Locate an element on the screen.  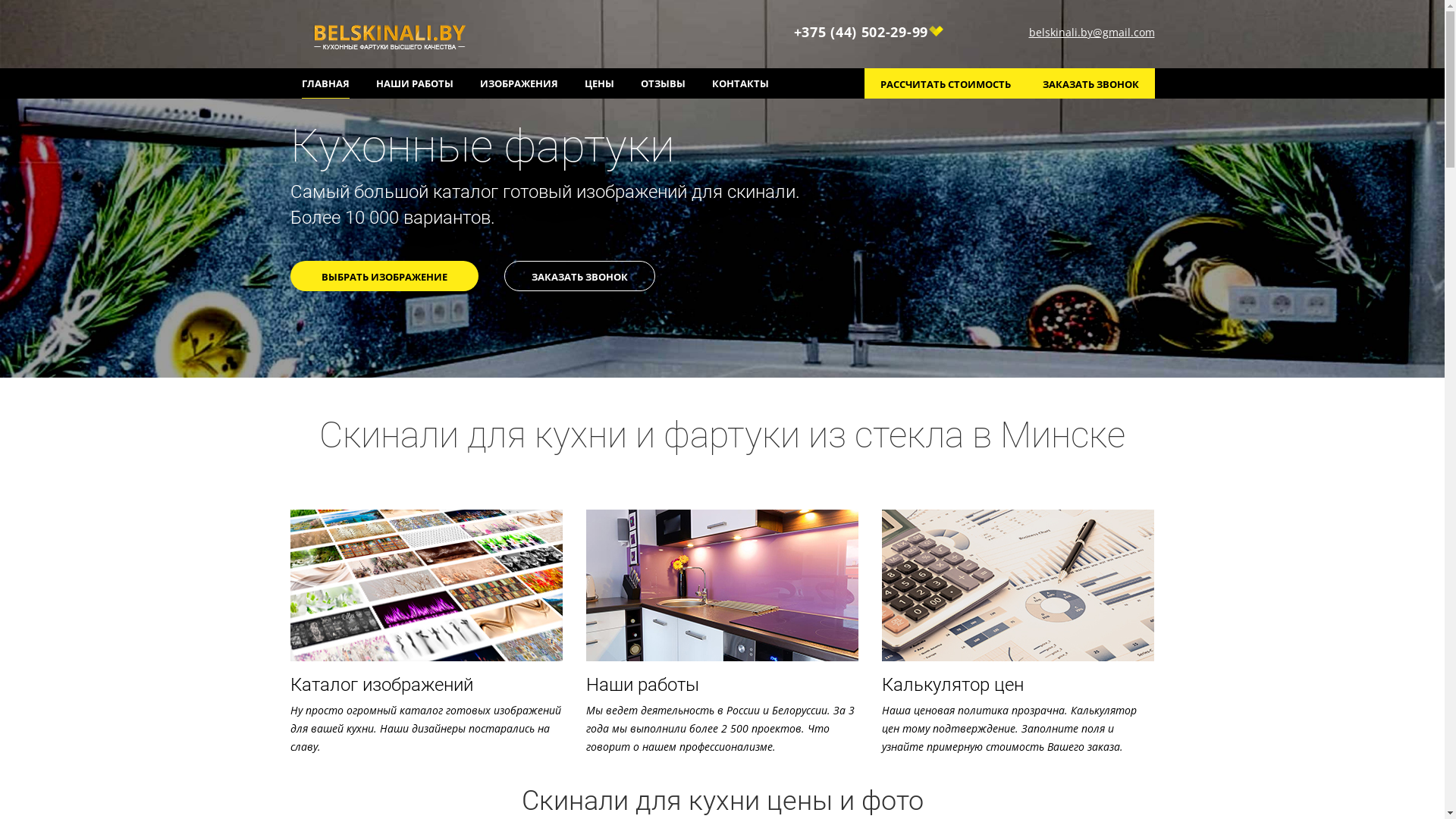
'+375 (44) 502-29-99' is located at coordinates (869, 32).